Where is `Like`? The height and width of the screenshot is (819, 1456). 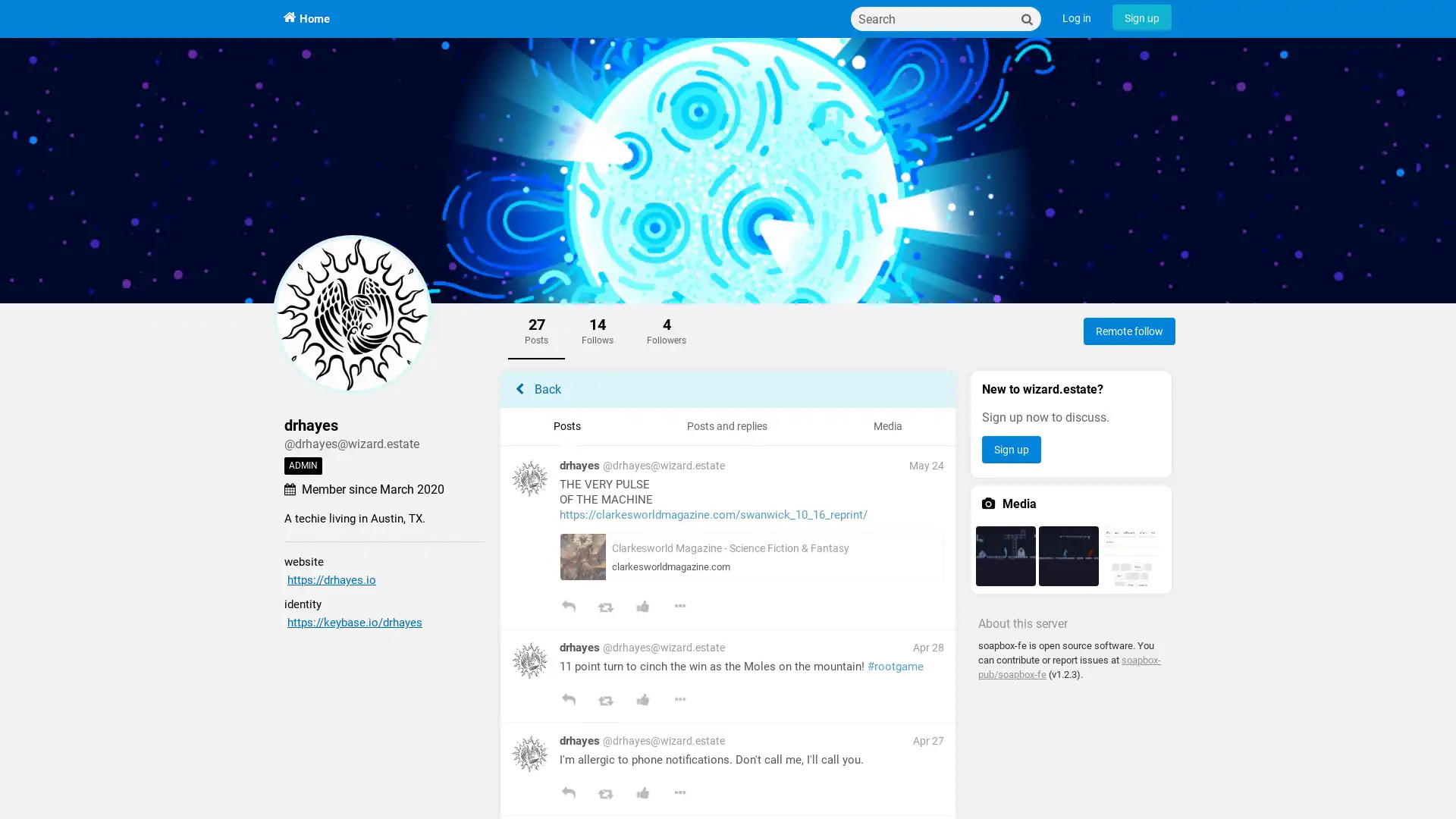
Like is located at coordinates (642, 794).